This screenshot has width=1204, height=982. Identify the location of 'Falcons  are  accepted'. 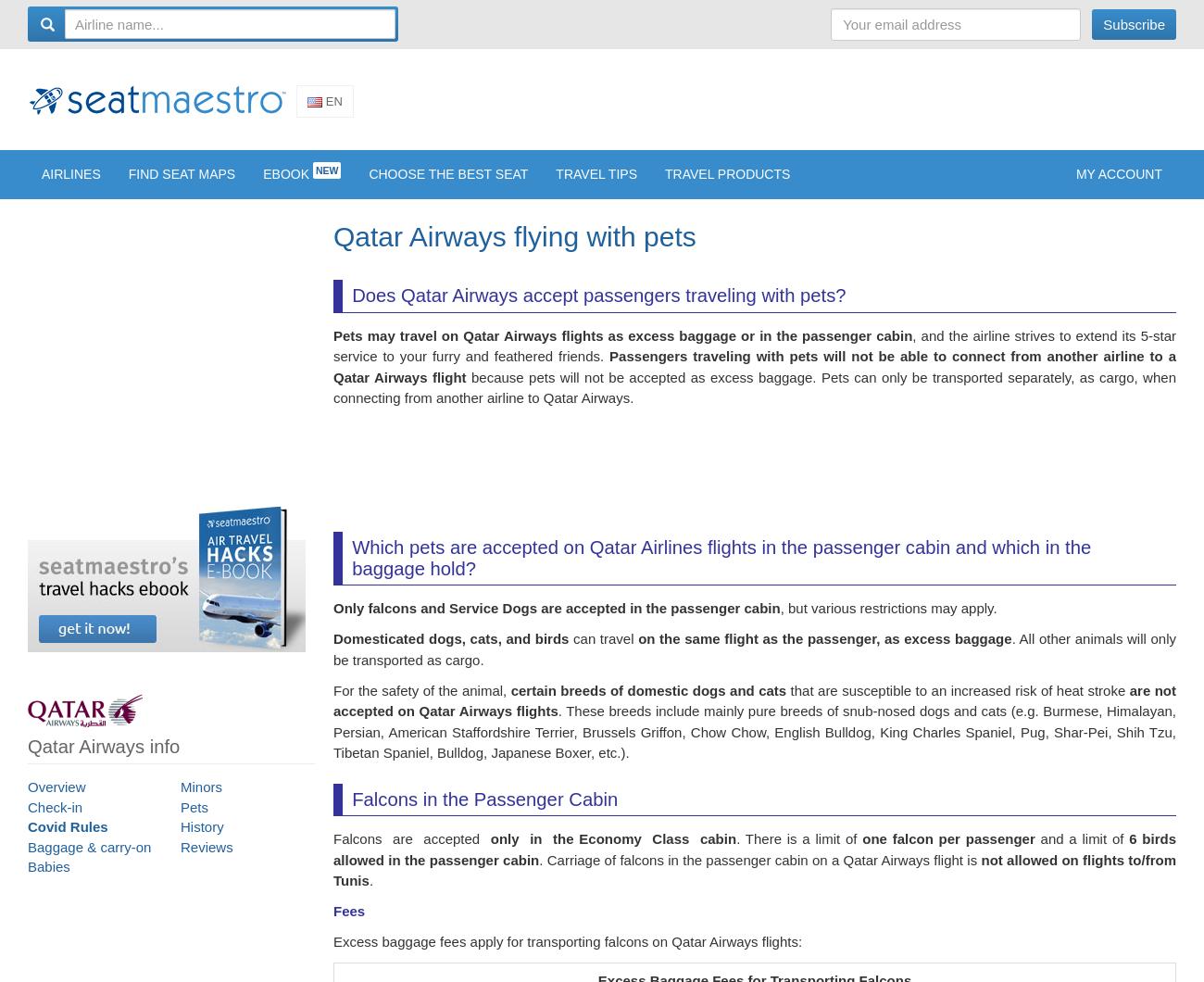
(410, 850).